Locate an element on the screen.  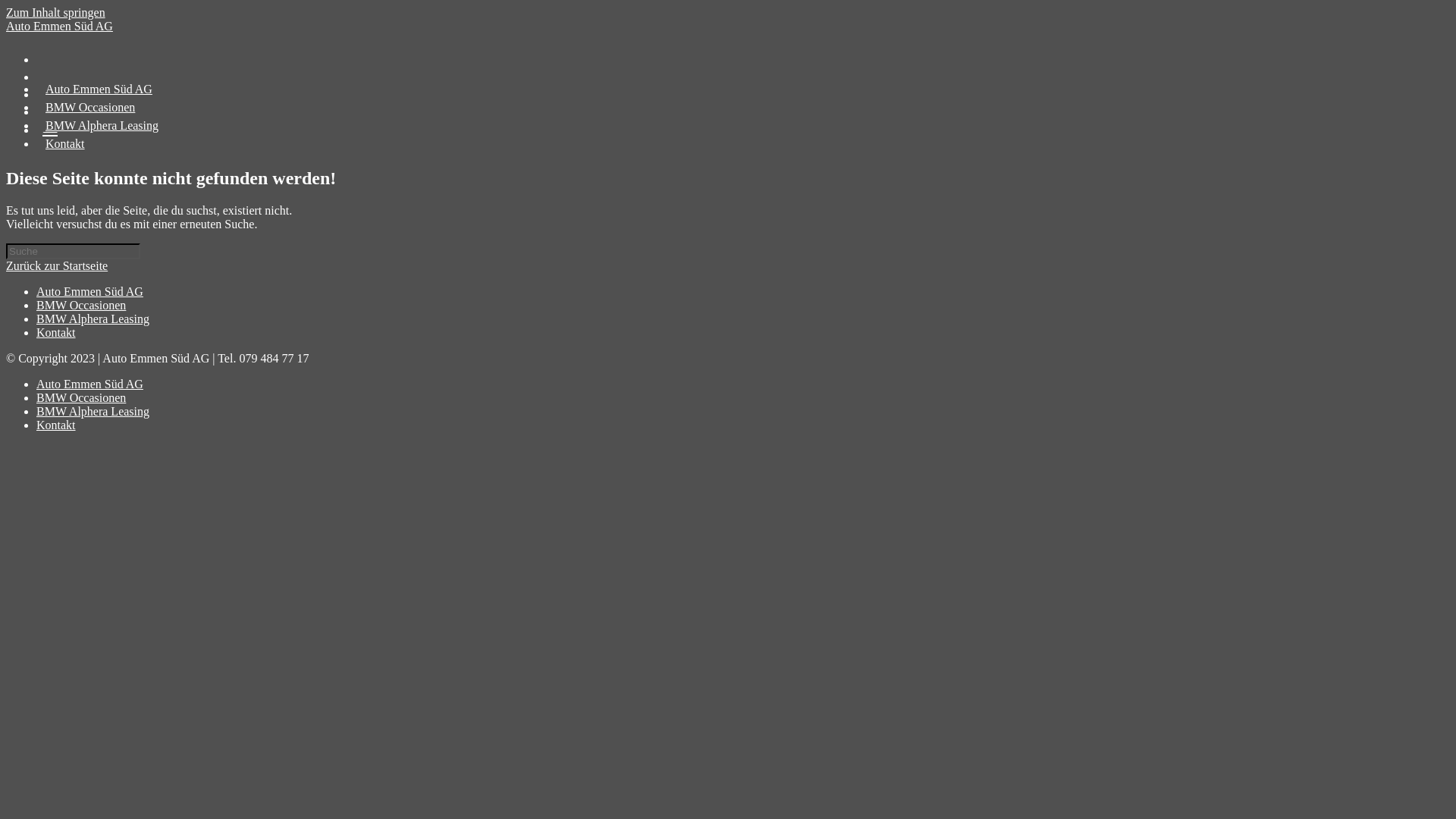
'Kontakt' is located at coordinates (55, 425).